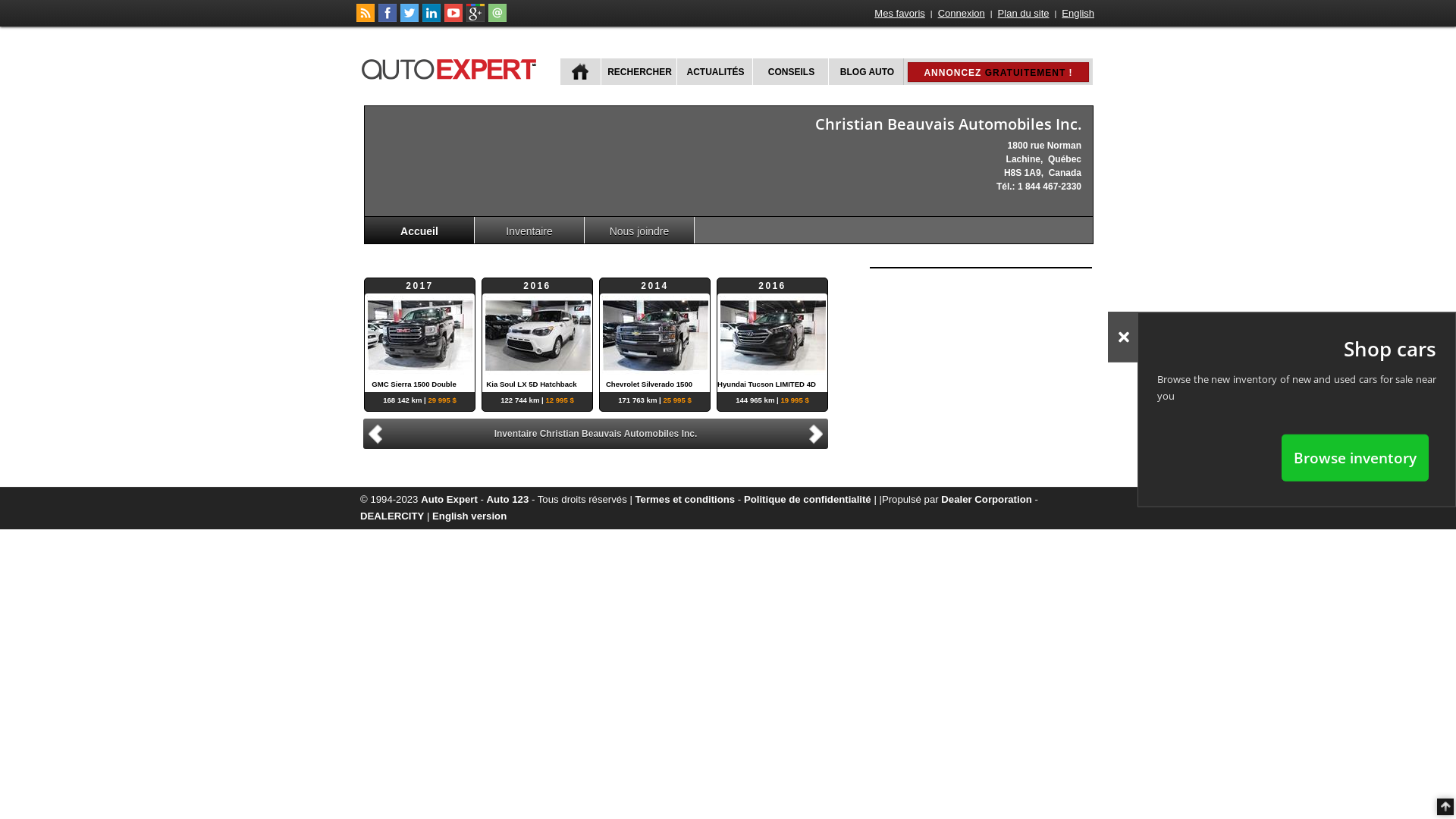  I want to click on 'Mes favoris', so click(899, 13).